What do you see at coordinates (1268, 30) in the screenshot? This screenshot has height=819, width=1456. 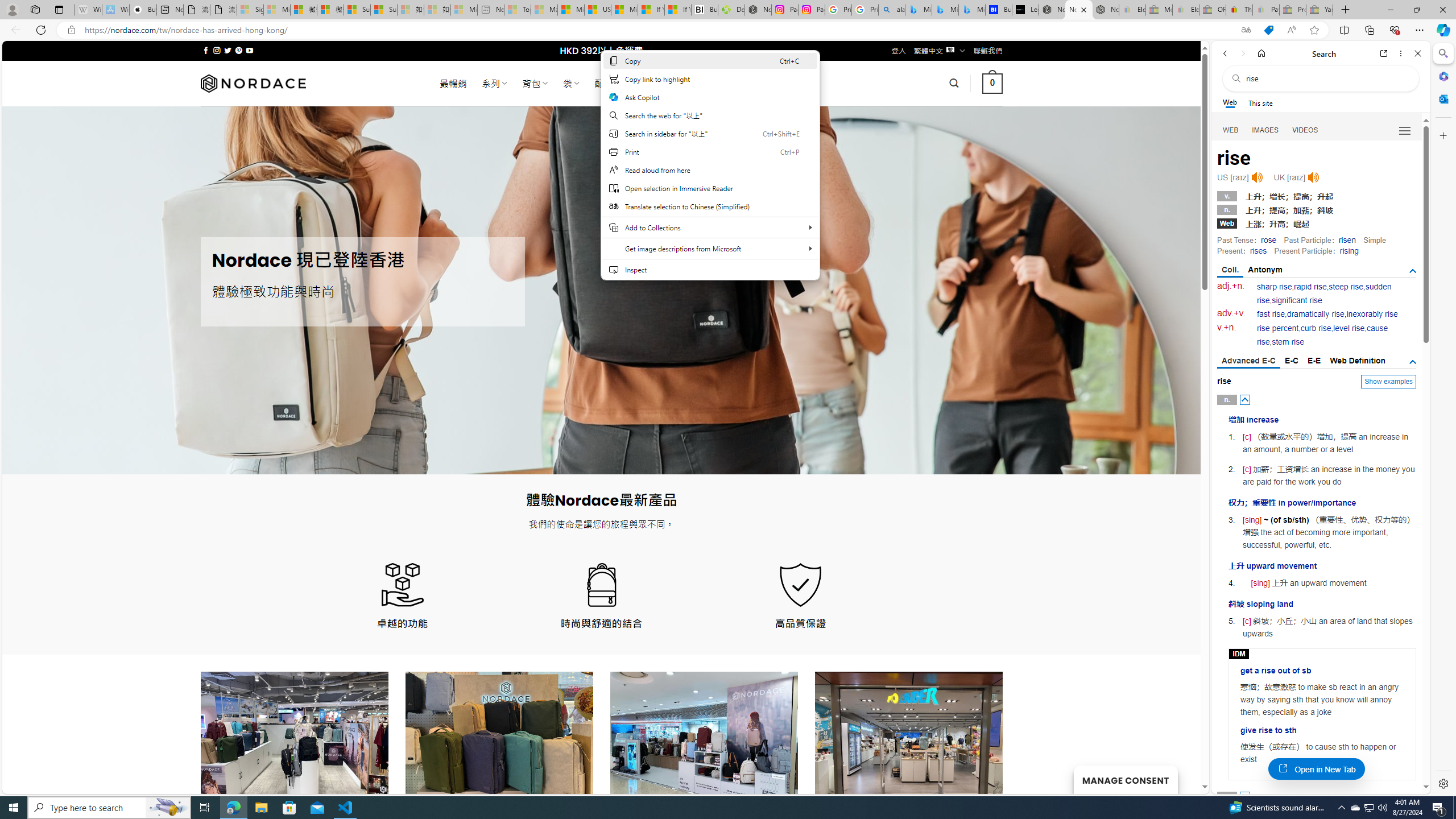 I see `'This site has coupons! Shopping in Microsoft Edge'` at bounding box center [1268, 30].